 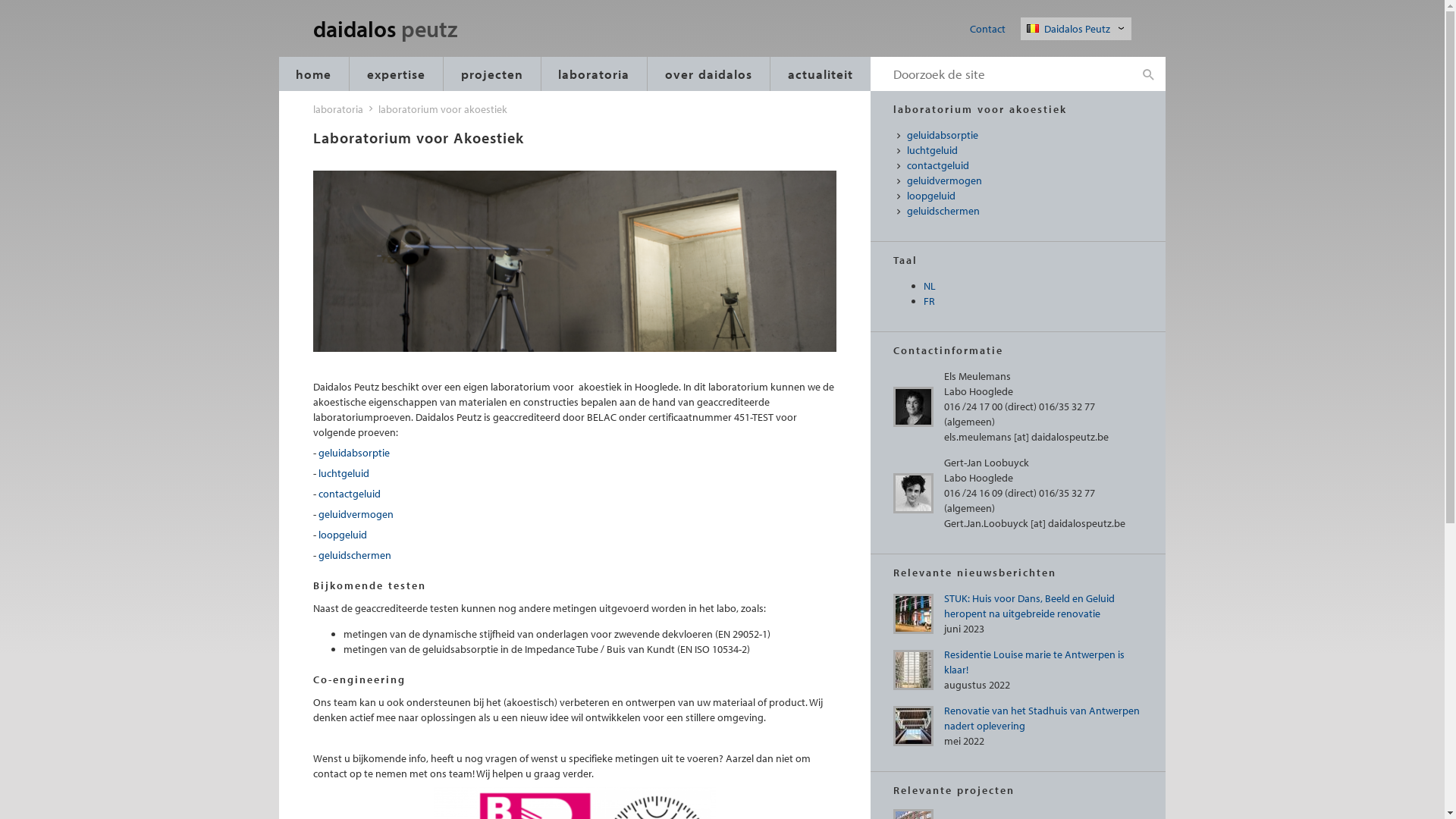 What do you see at coordinates (353, 452) in the screenshot?
I see `'geluidabsorptie'` at bounding box center [353, 452].